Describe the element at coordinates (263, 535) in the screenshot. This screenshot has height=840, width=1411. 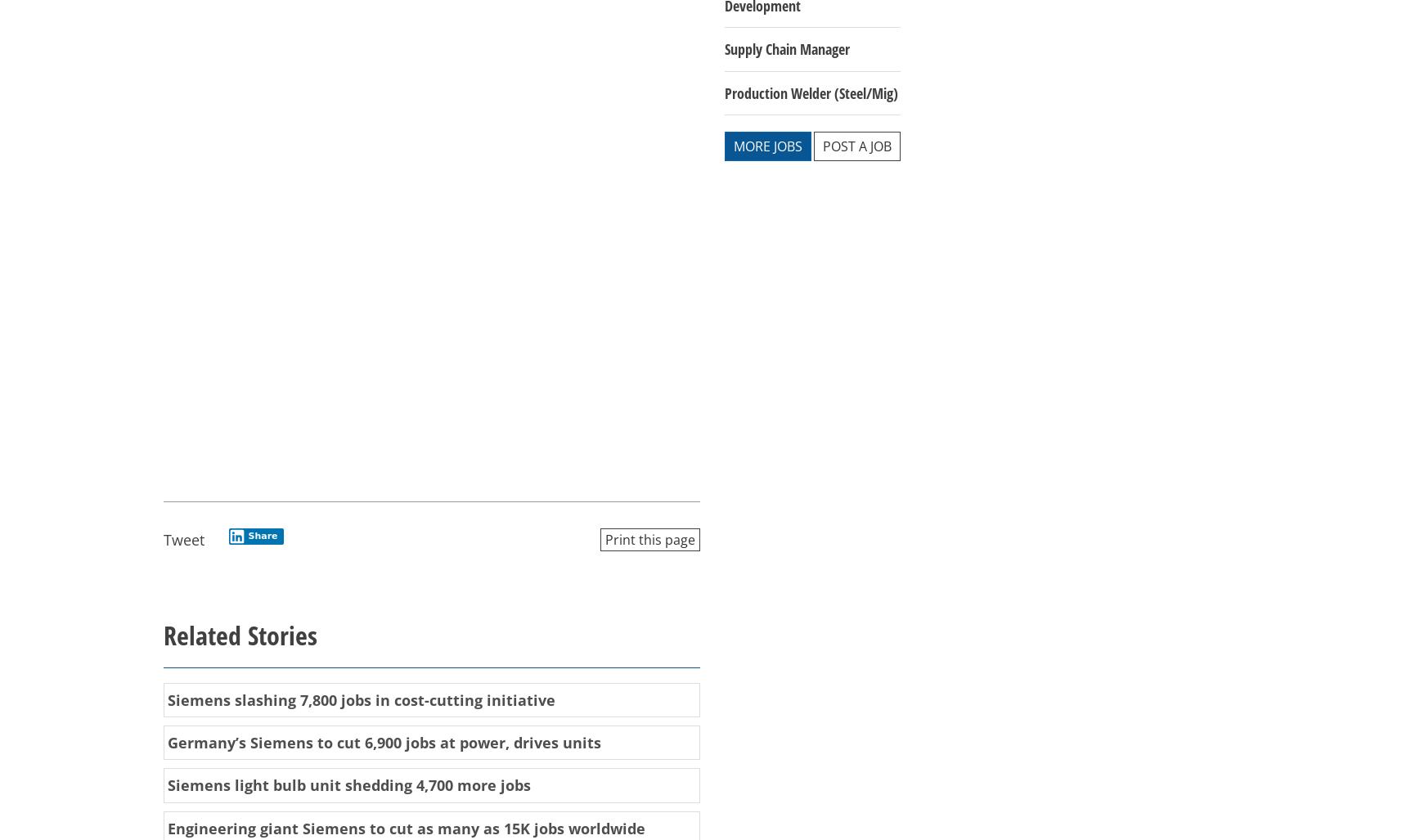
I see `'Share'` at that location.